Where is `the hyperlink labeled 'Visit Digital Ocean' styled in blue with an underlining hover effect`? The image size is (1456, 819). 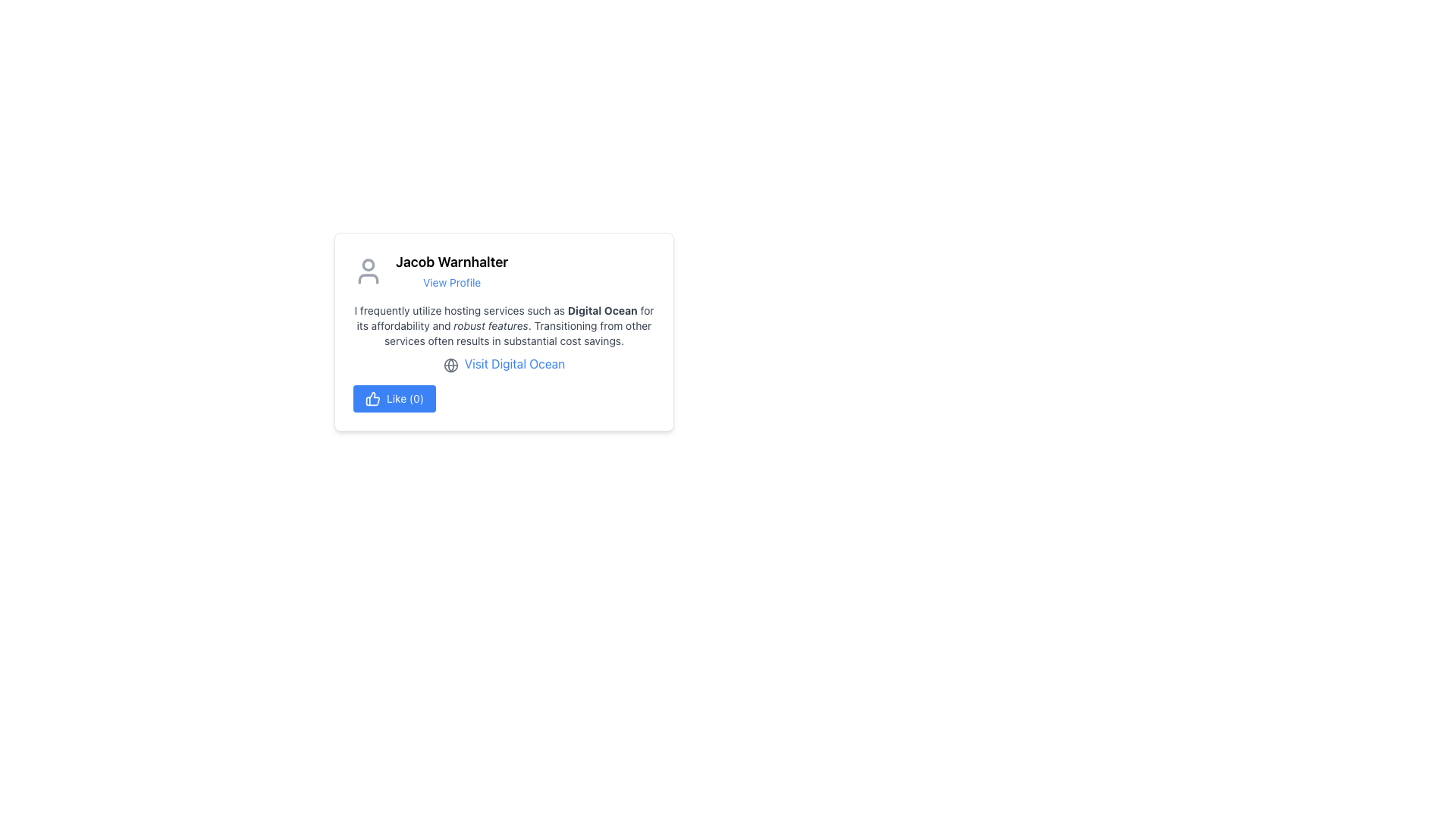 the hyperlink labeled 'Visit Digital Ocean' styled in blue with an underlining hover effect is located at coordinates (514, 363).